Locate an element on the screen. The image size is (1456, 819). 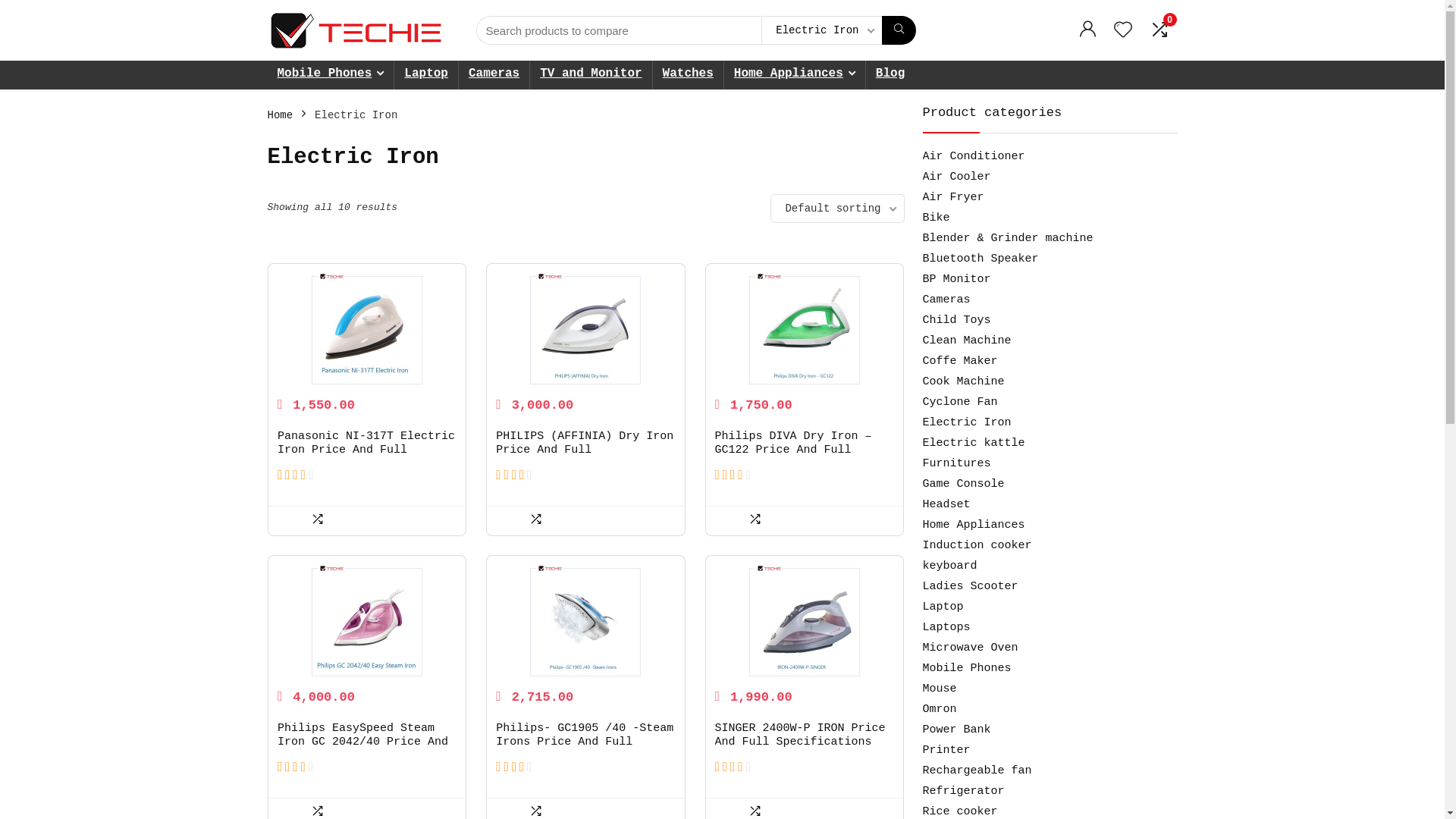
'Watches' is located at coordinates (687, 75).